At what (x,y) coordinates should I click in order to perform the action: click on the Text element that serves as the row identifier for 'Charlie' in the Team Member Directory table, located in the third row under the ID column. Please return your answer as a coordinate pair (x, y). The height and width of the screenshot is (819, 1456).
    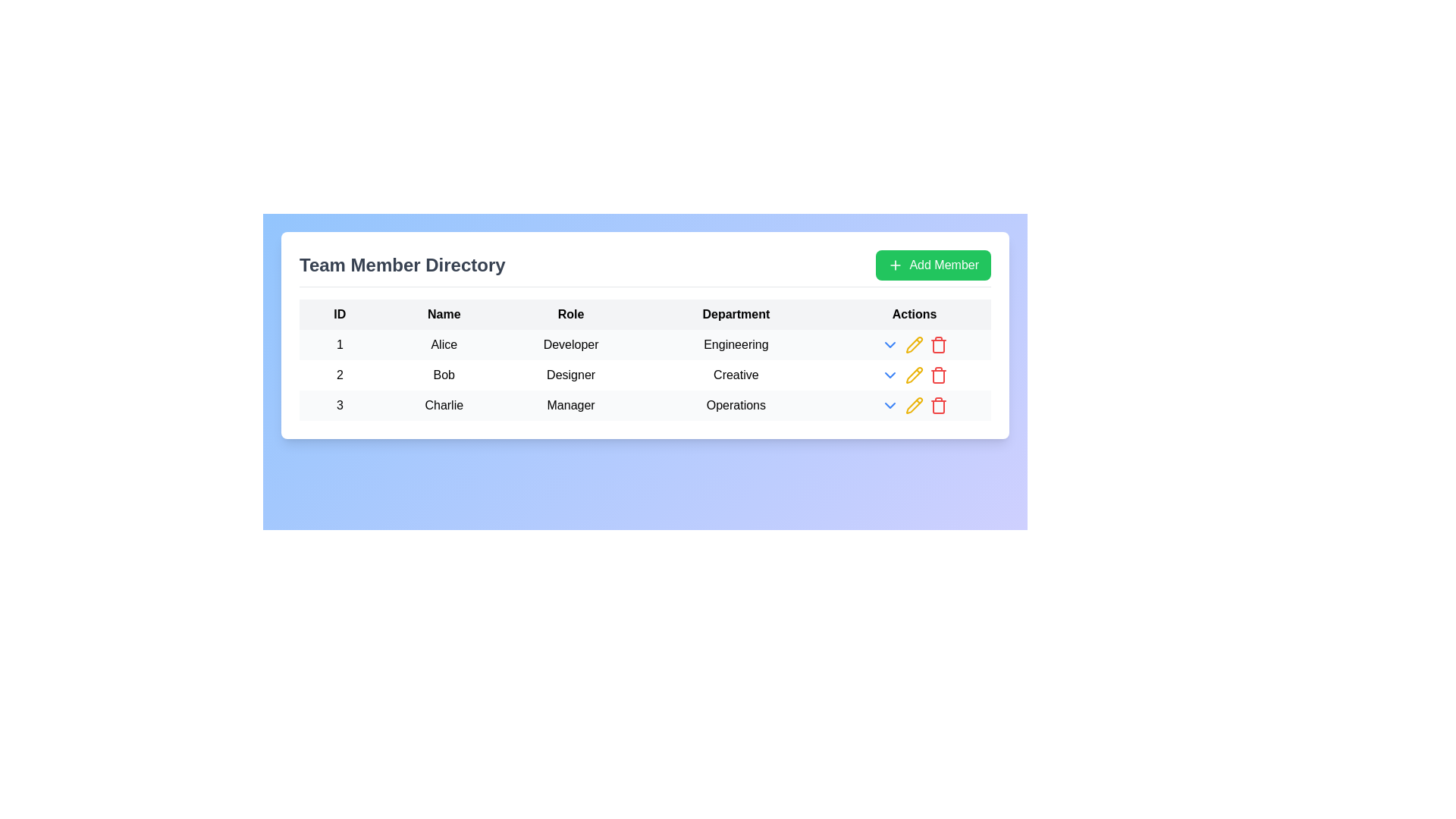
    Looking at the image, I should click on (339, 405).